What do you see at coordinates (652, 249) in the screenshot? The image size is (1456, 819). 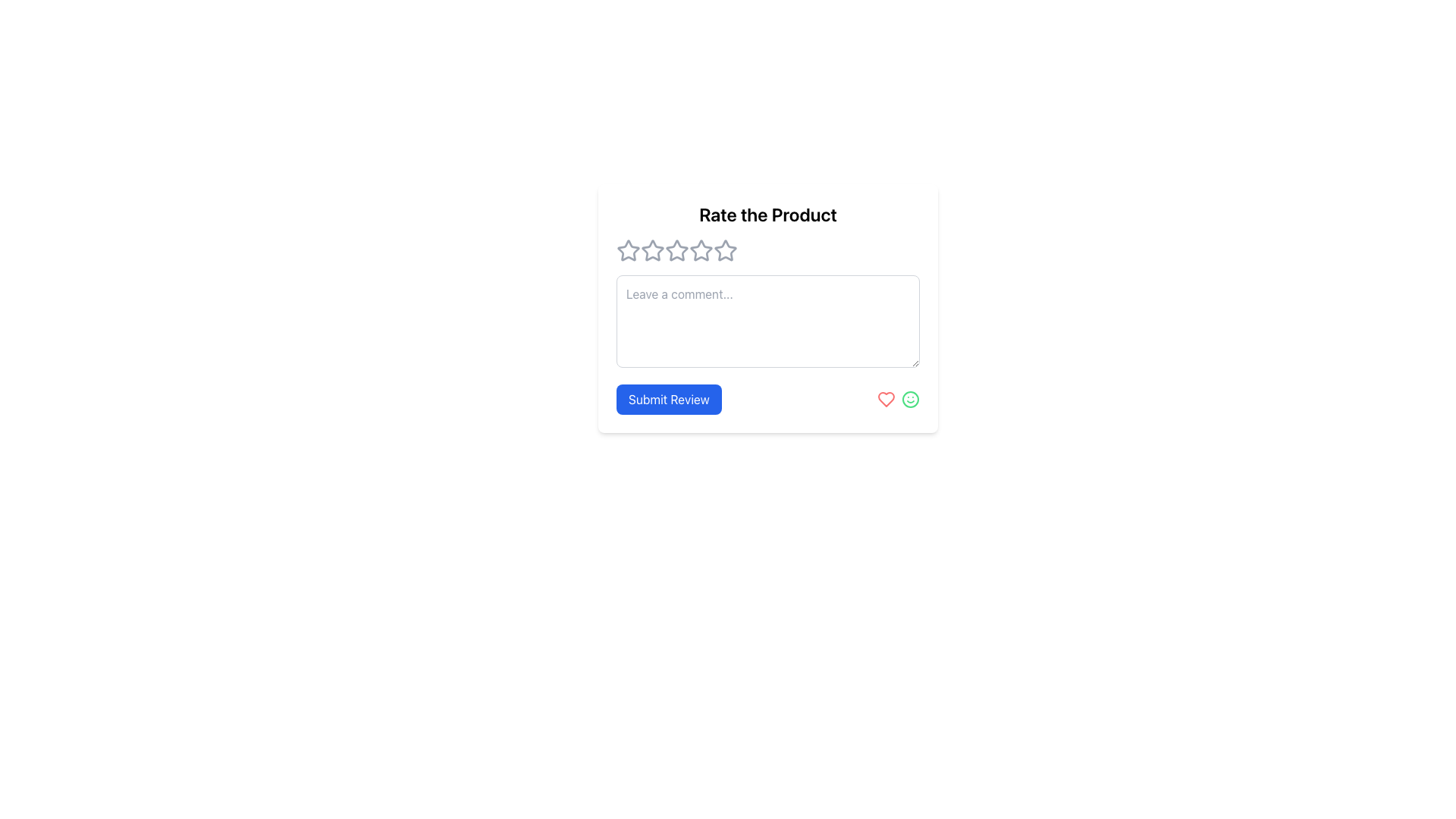 I see `the first star icon in the rating section to indicate a rating for the product, located below the 'Rate the Product' text` at bounding box center [652, 249].